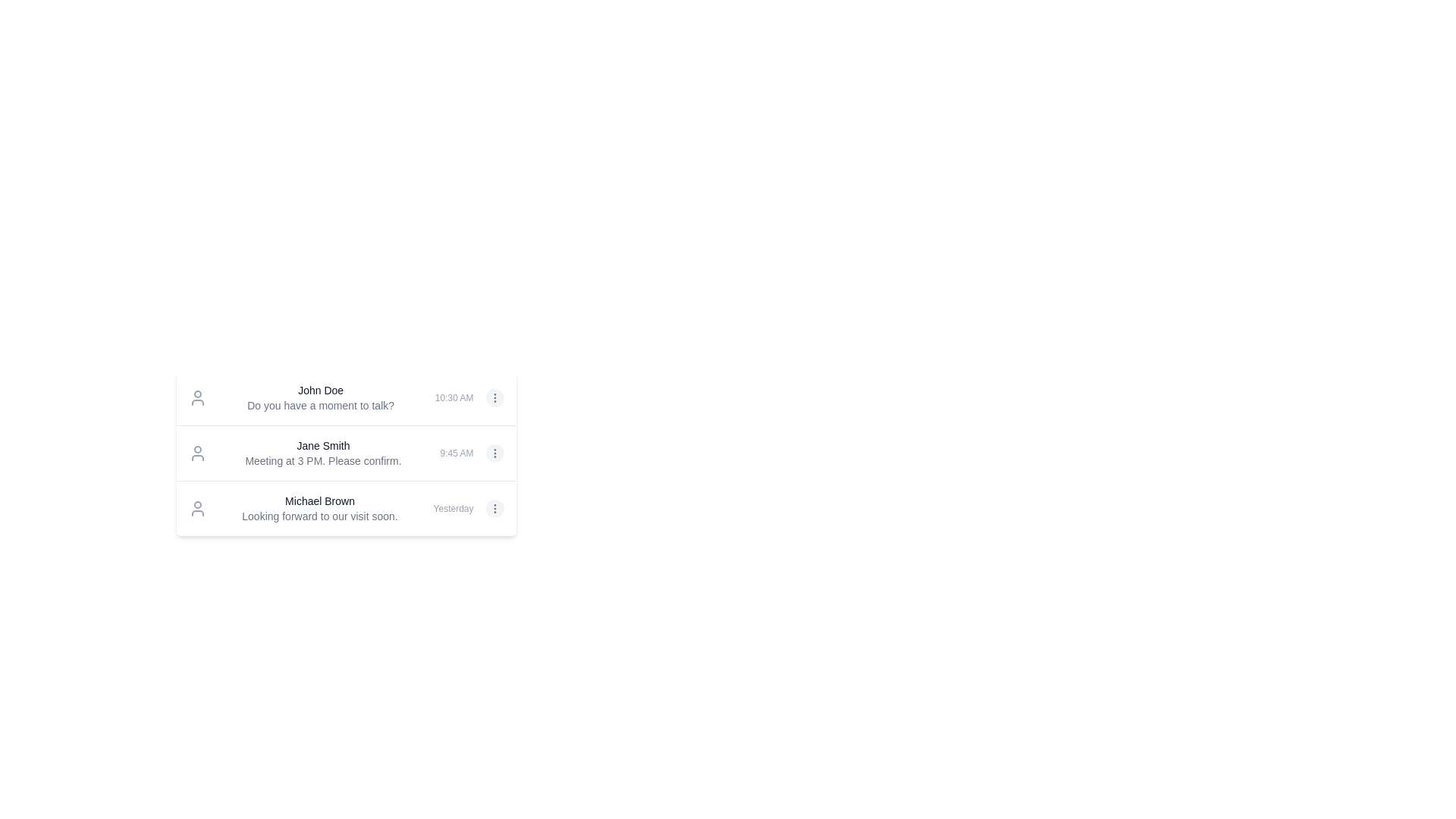 Image resolution: width=1456 pixels, height=819 pixels. I want to click on the text label displaying 'Jane Smith' in a chat interface, which is positioned above the message content, so click(322, 444).